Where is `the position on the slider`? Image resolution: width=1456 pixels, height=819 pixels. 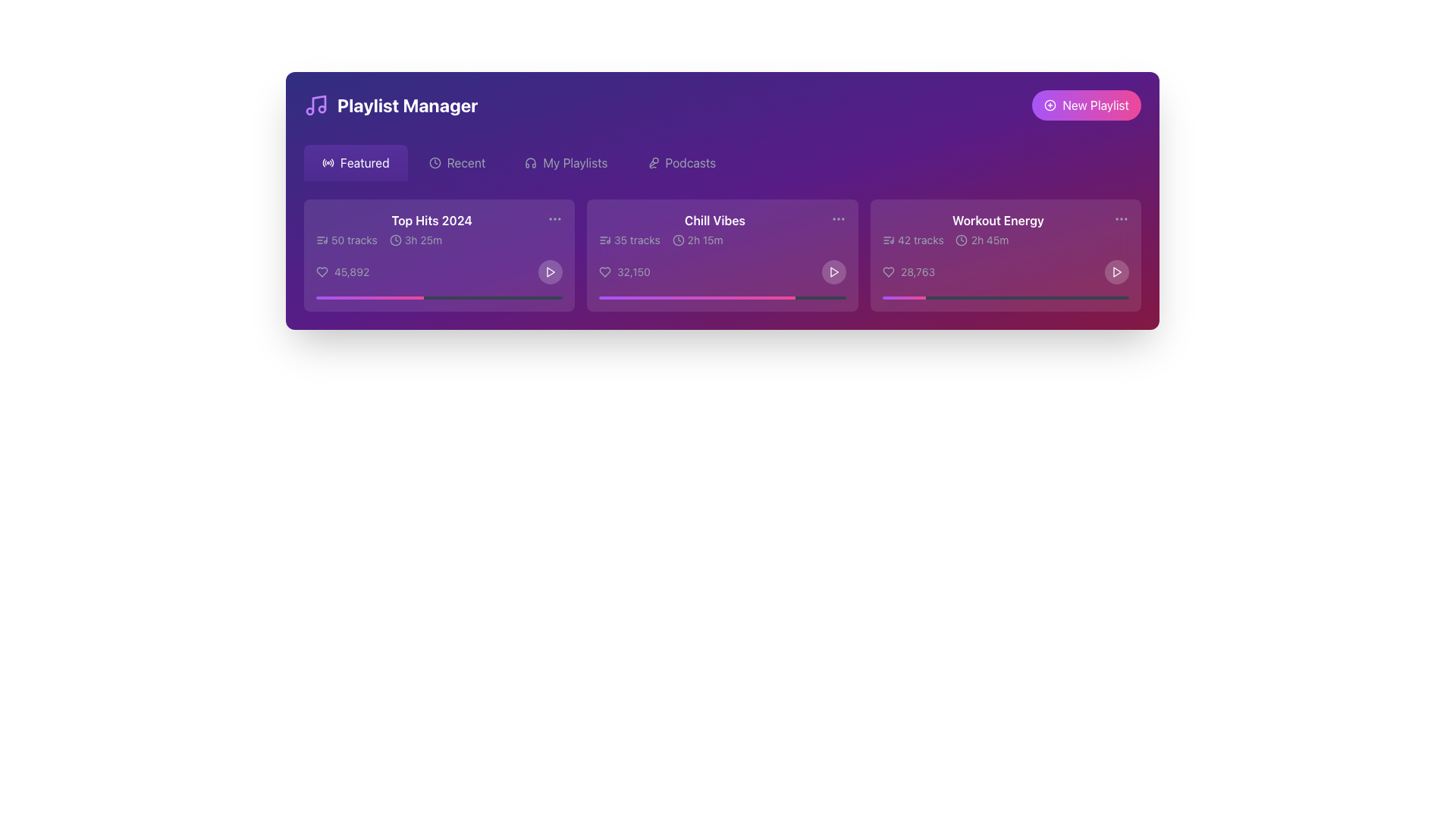
the position on the slider is located at coordinates (690, 298).